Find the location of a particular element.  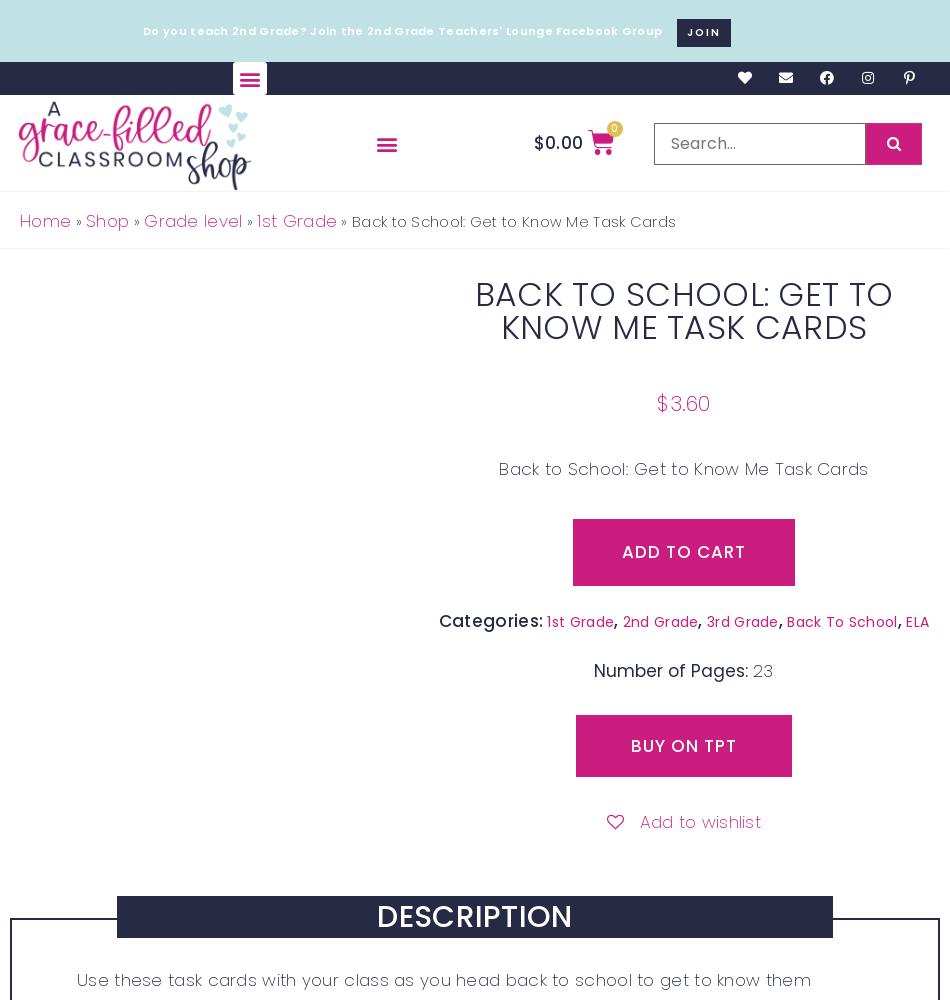

'23' is located at coordinates (762, 671).